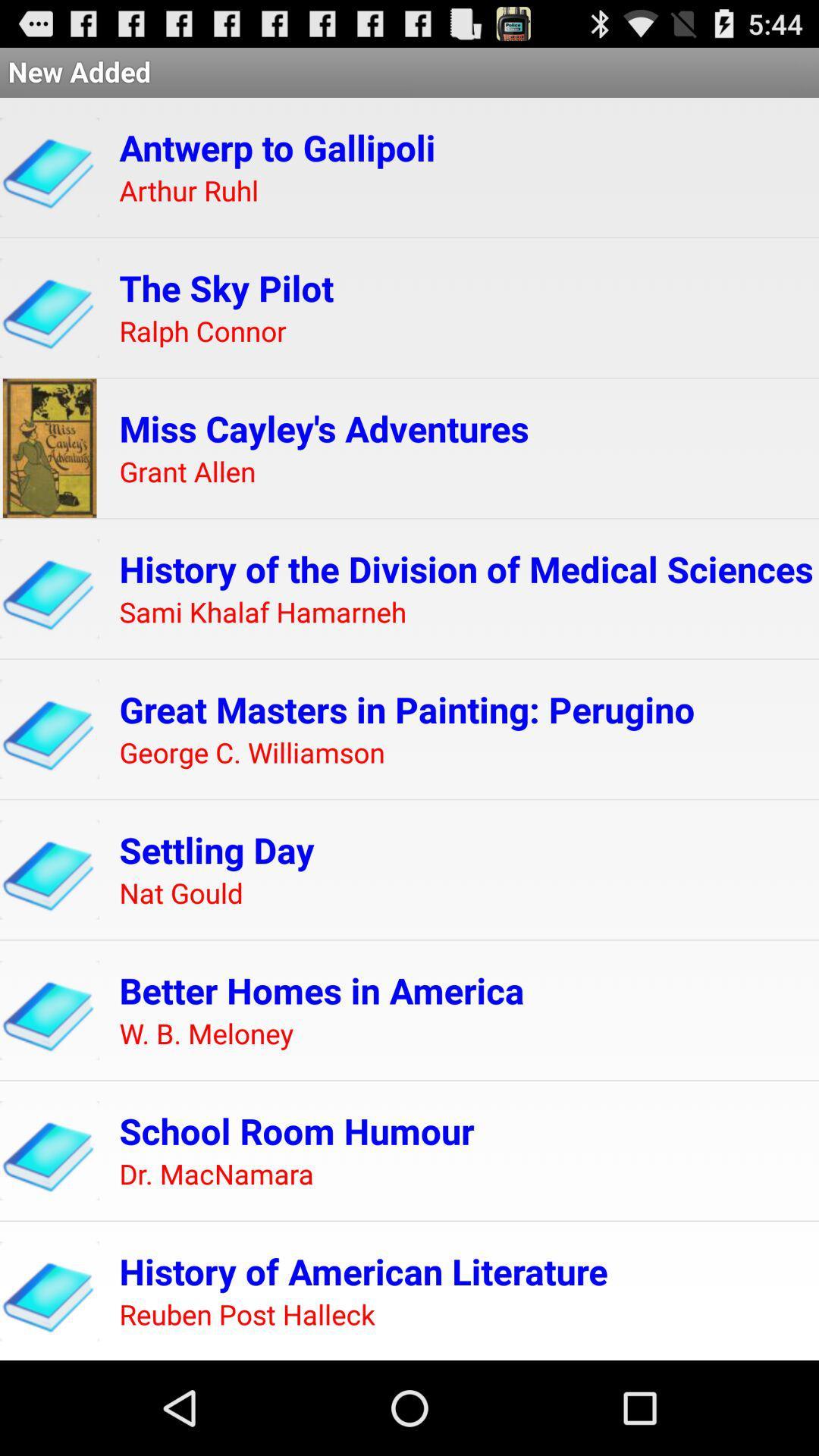  What do you see at coordinates (297, 1131) in the screenshot?
I see `the school room humour` at bounding box center [297, 1131].